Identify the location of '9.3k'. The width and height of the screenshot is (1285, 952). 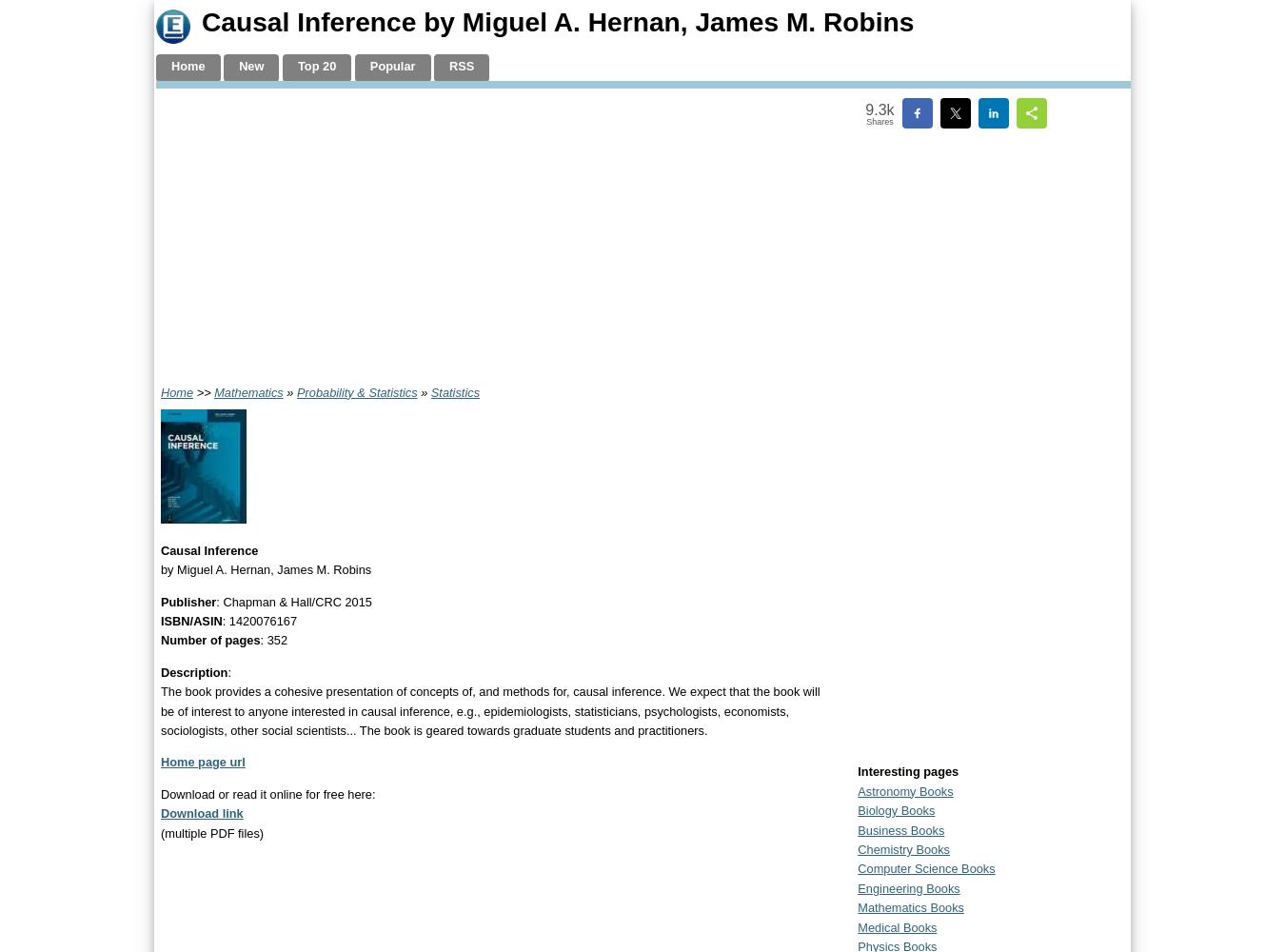
(878, 109).